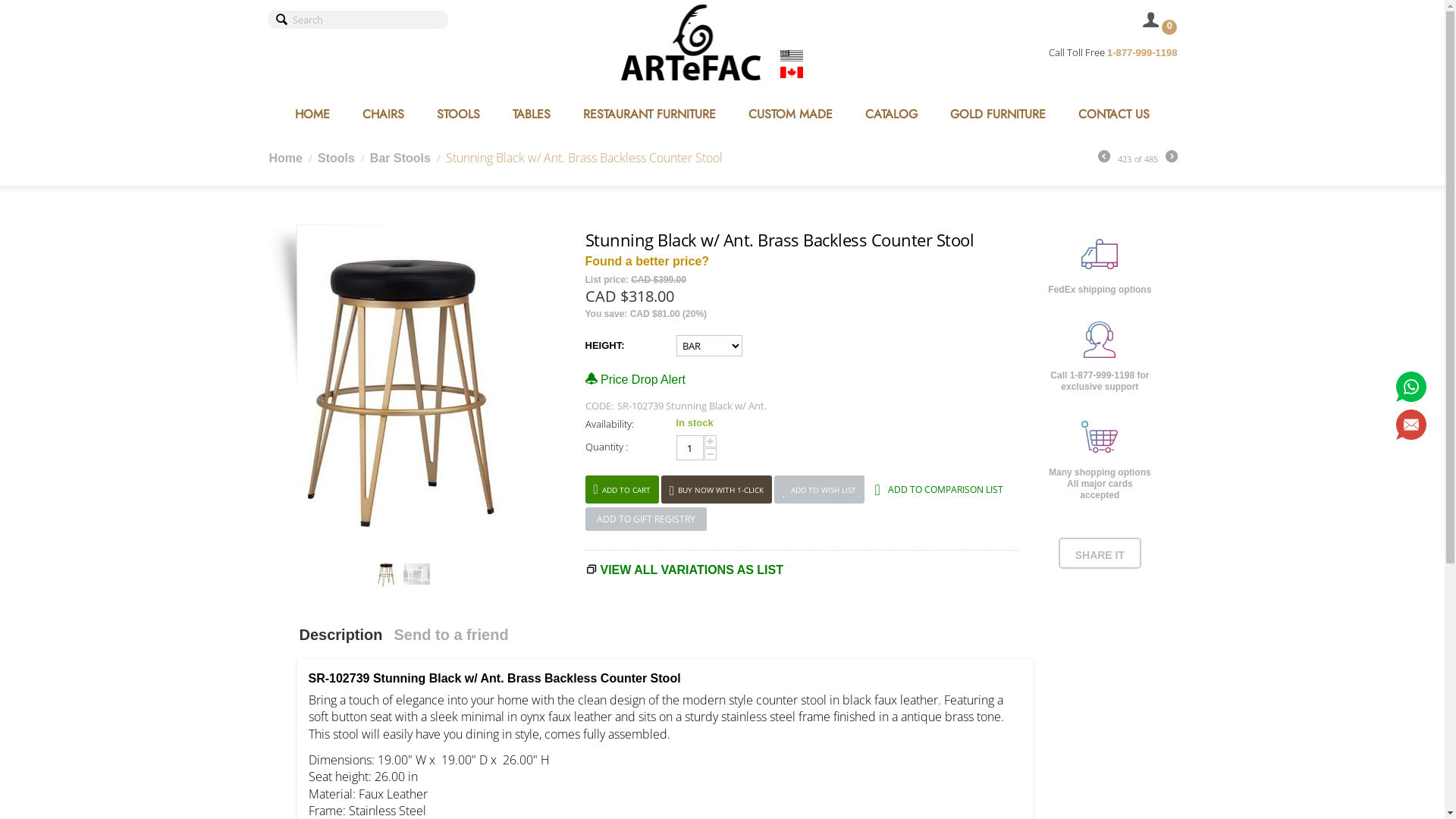  Describe the element at coordinates (1113, 113) in the screenshot. I see `'CONTACT US'` at that location.